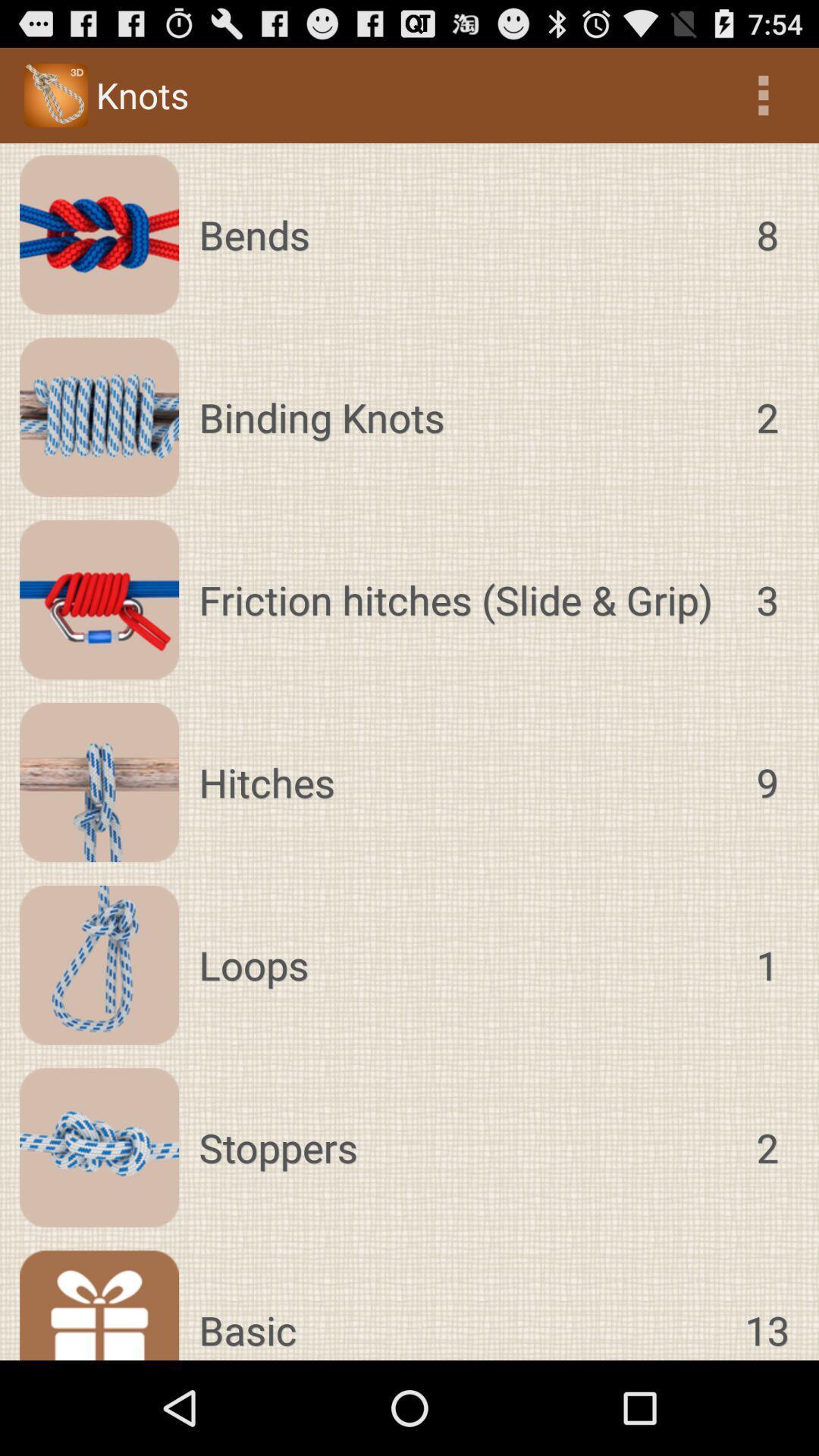  Describe the element at coordinates (462, 1147) in the screenshot. I see `the icon above basic icon` at that location.